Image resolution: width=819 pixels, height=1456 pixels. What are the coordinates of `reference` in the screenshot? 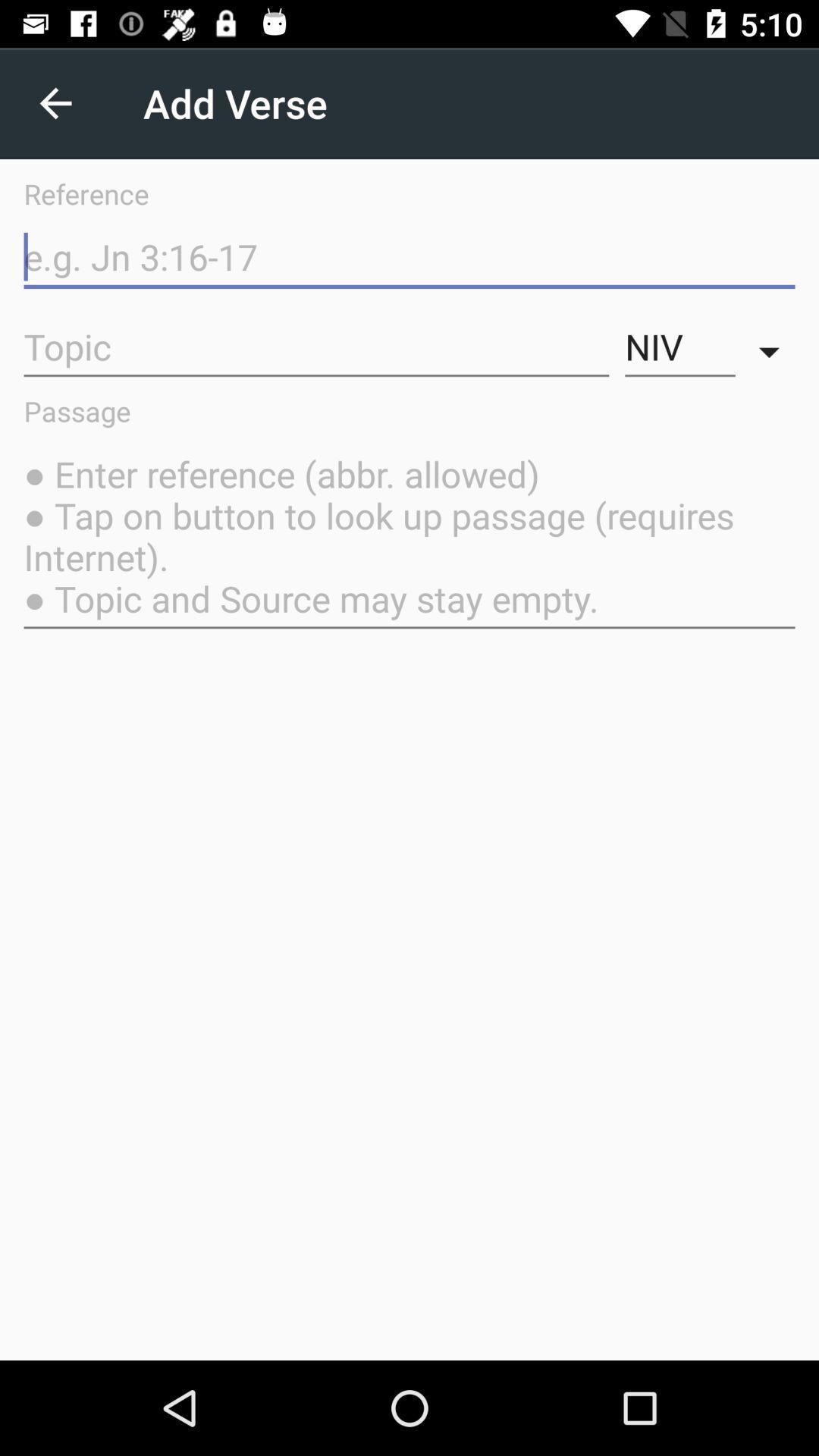 It's located at (409, 257).